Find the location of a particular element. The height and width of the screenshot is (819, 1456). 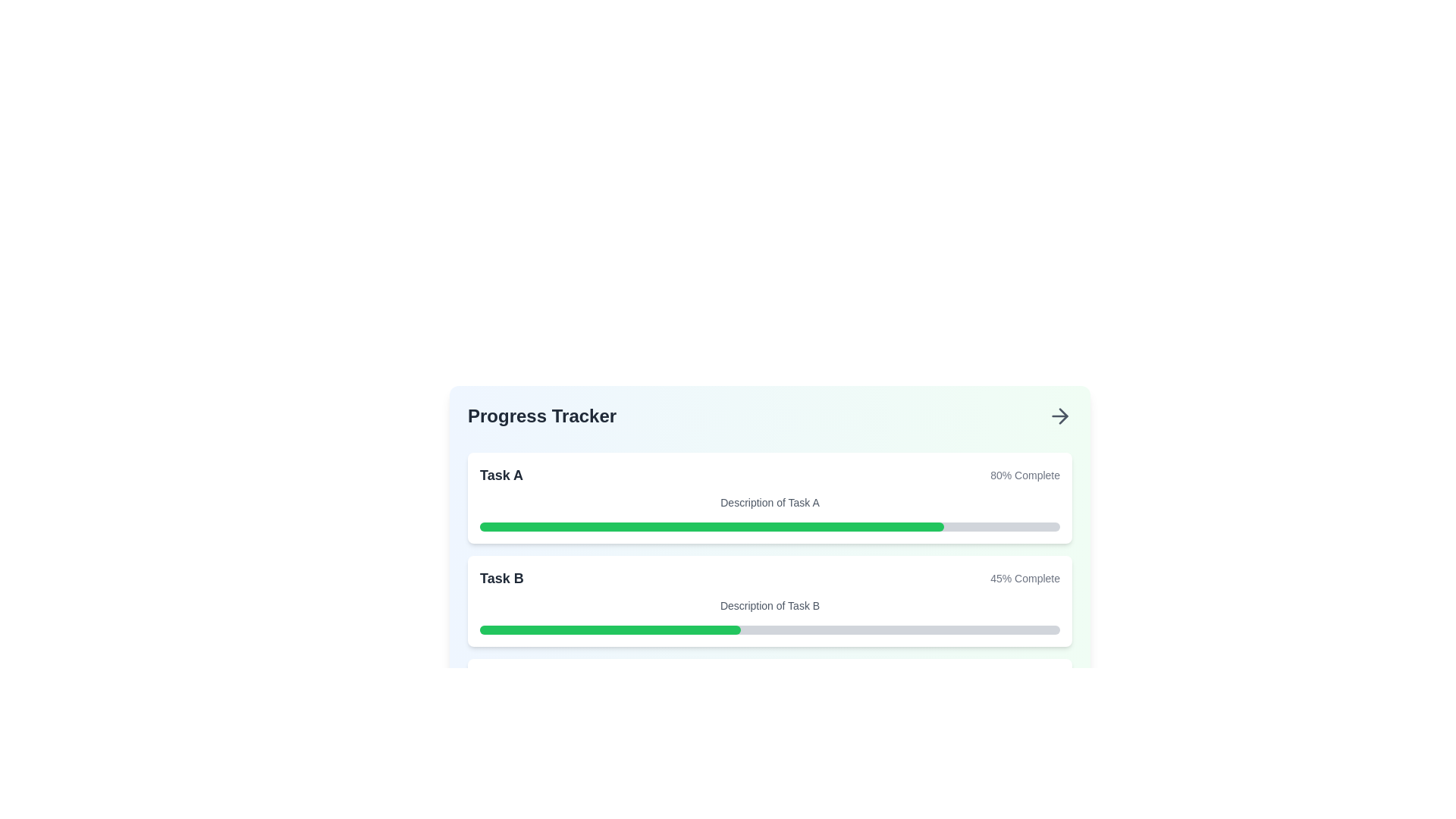

the static text label displaying '80% Complete', which indicates the status of 'Task A' is located at coordinates (1025, 475).